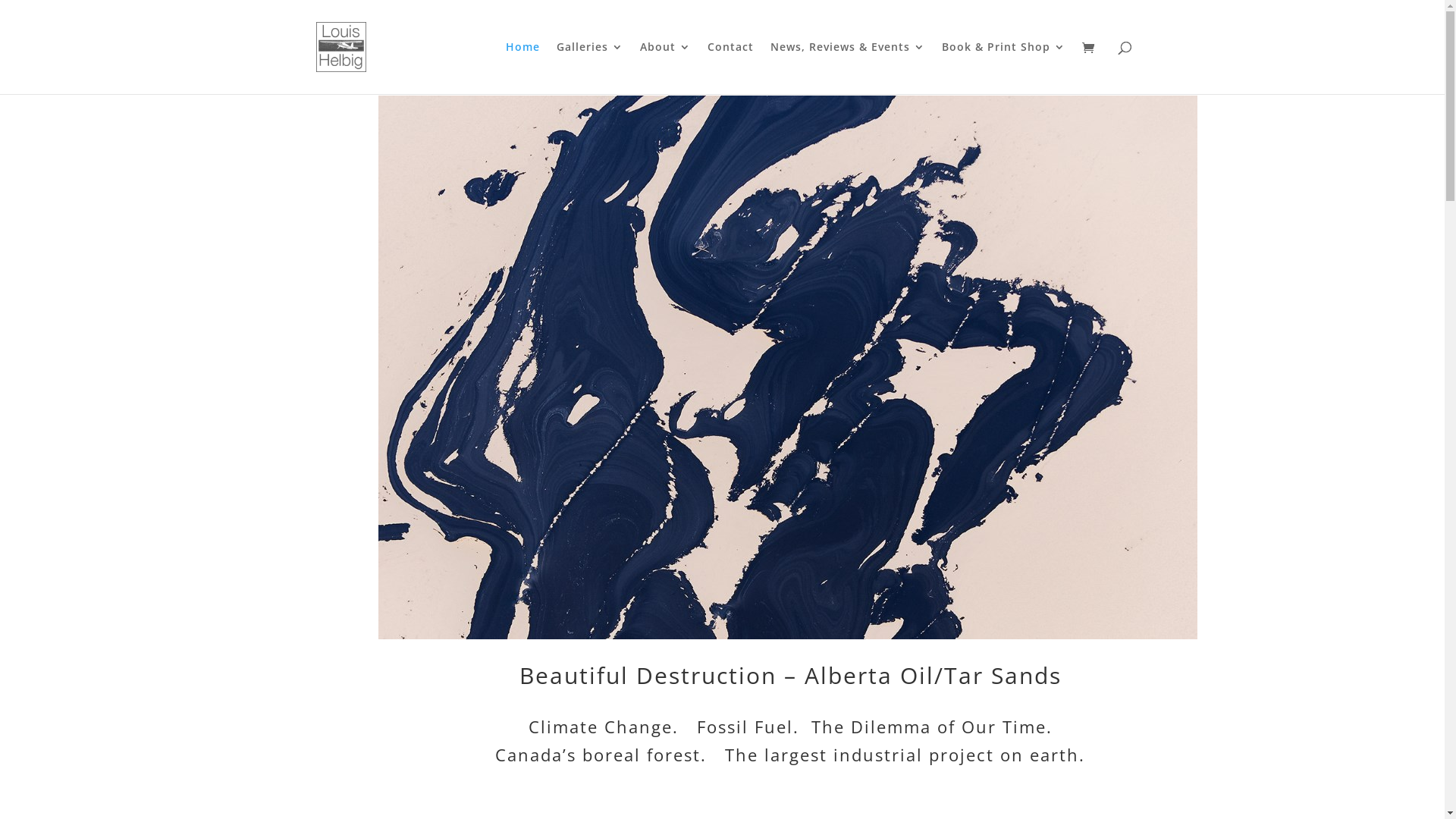 The height and width of the screenshot is (819, 1456). What do you see at coordinates (522, 67) in the screenshot?
I see `'Home'` at bounding box center [522, 67].